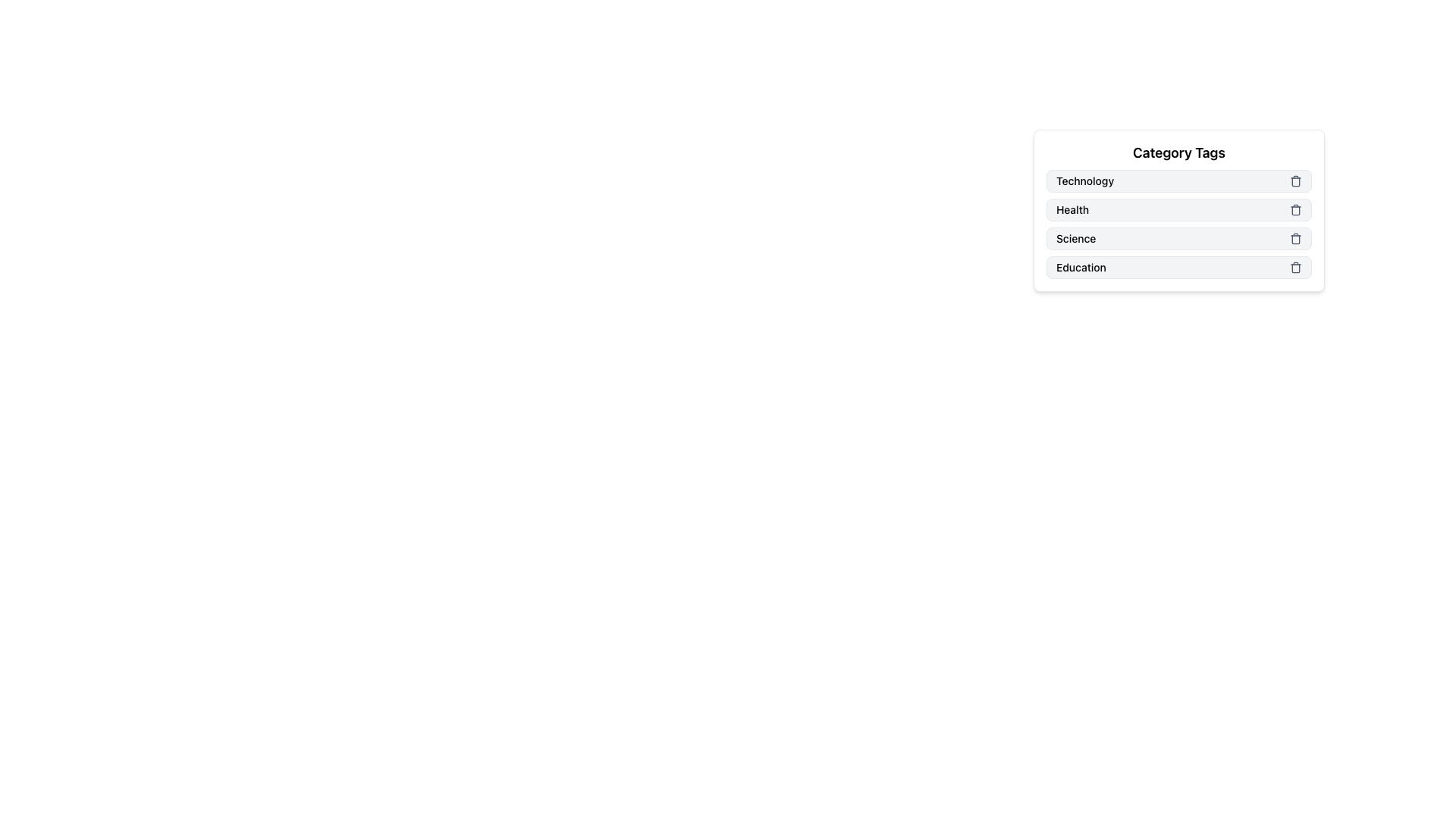  What do you see at coordinates (1294, 267) in the screenshot?
I see `the remove button for the "Education" category tag, located at the far right of the last row under the "Category Tags" header` at bounding box center [1294, 267].